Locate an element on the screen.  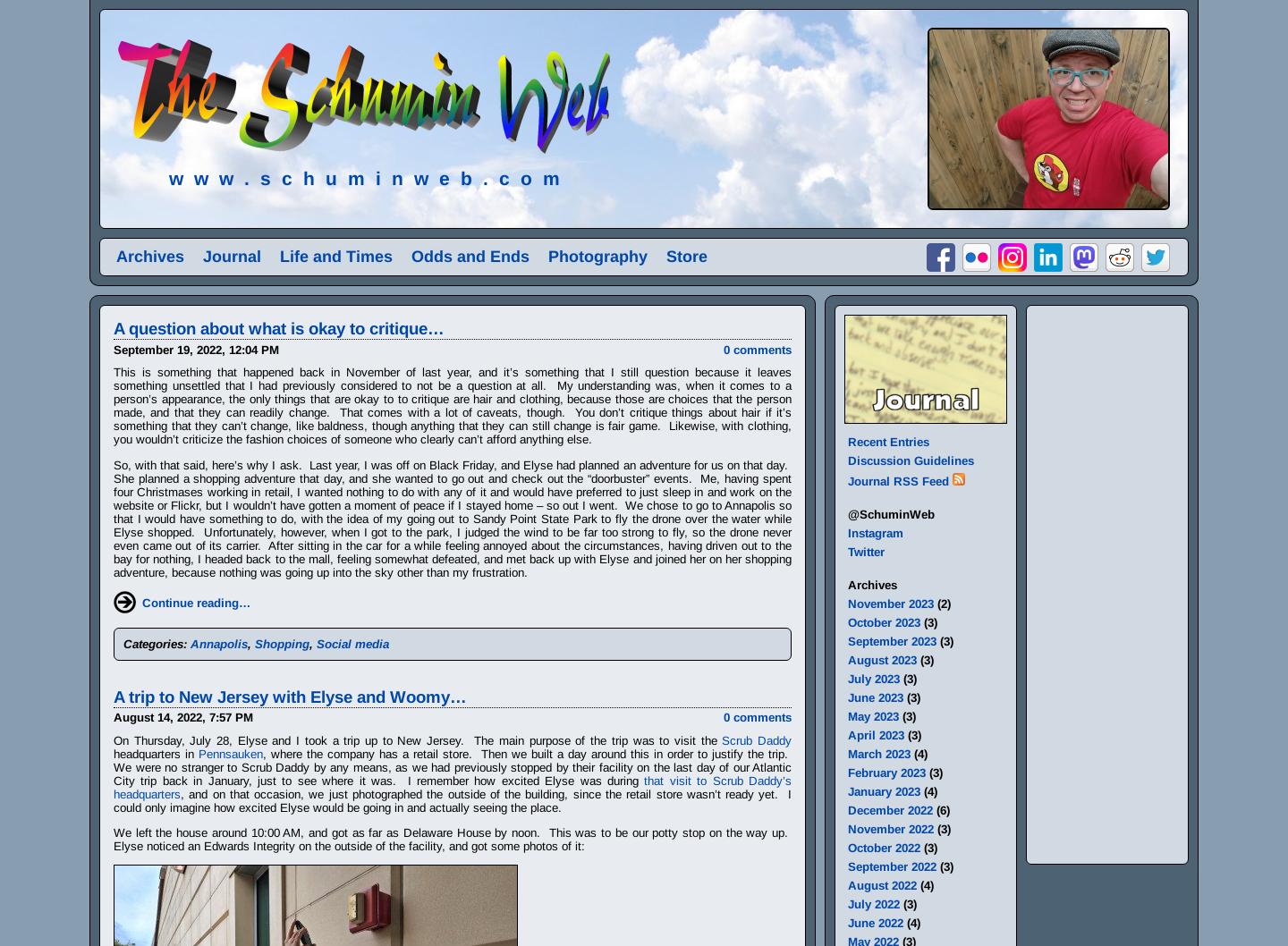
'September 2023' is located at coordinates (891, 641).